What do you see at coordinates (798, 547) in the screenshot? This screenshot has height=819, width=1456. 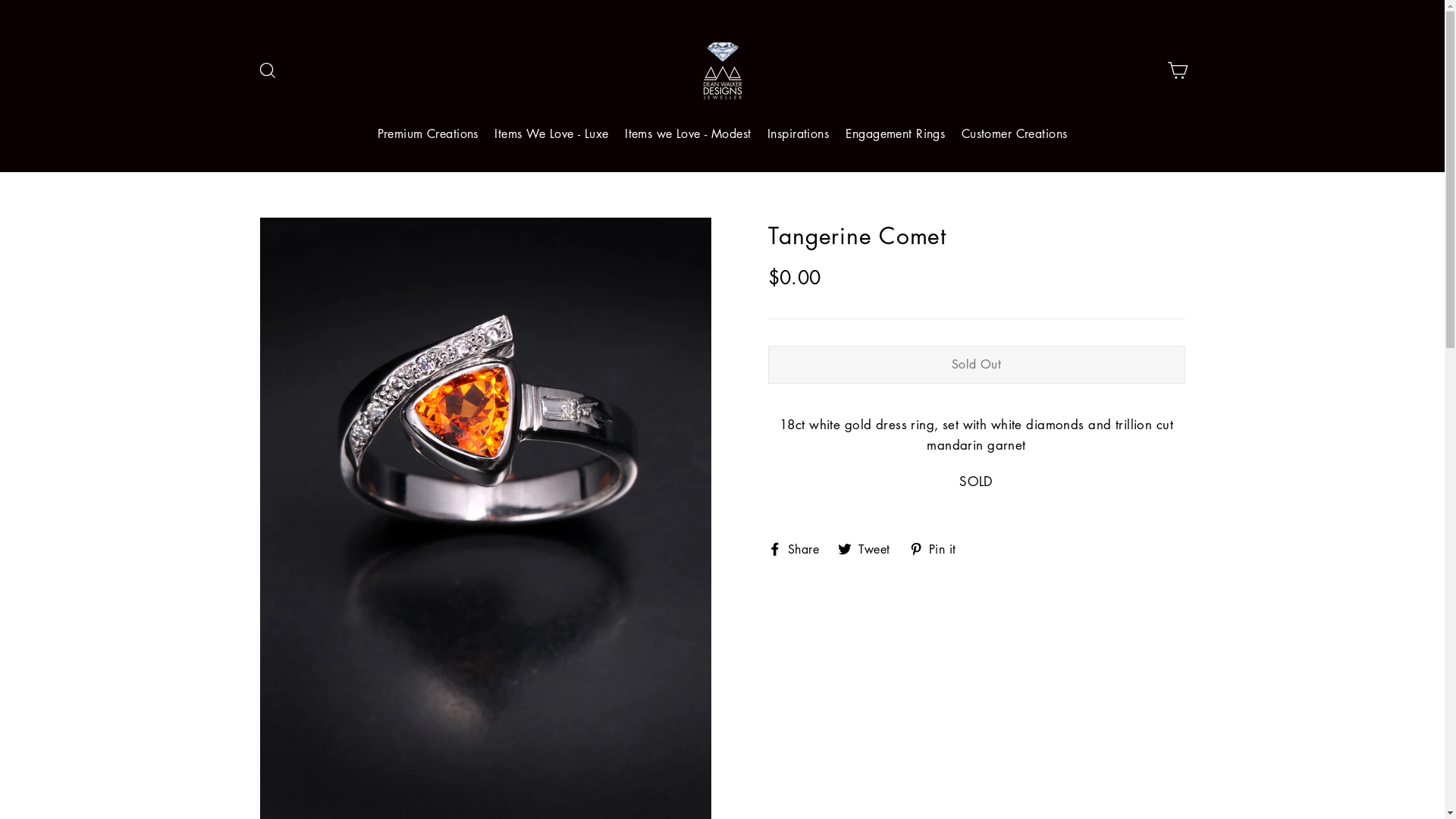 I see `'Share` at bounding box center [798, 547].